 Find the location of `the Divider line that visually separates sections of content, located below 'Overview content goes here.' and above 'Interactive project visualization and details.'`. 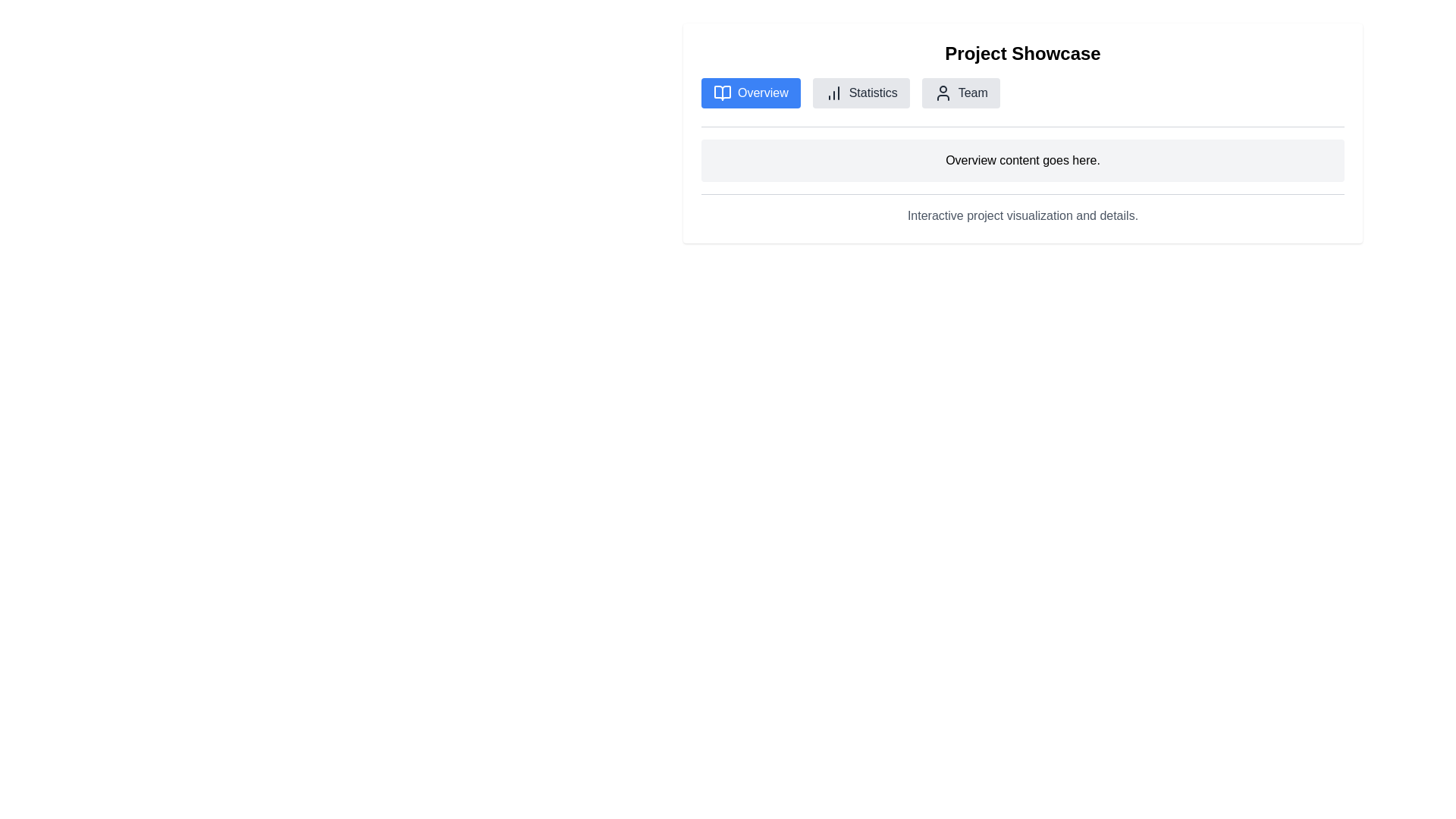

the Divider line that visually separates sections of content, located below 'Overview content goes here.' and above 'Interactive project visualization and details.' is located at coordinates (1022, 193).